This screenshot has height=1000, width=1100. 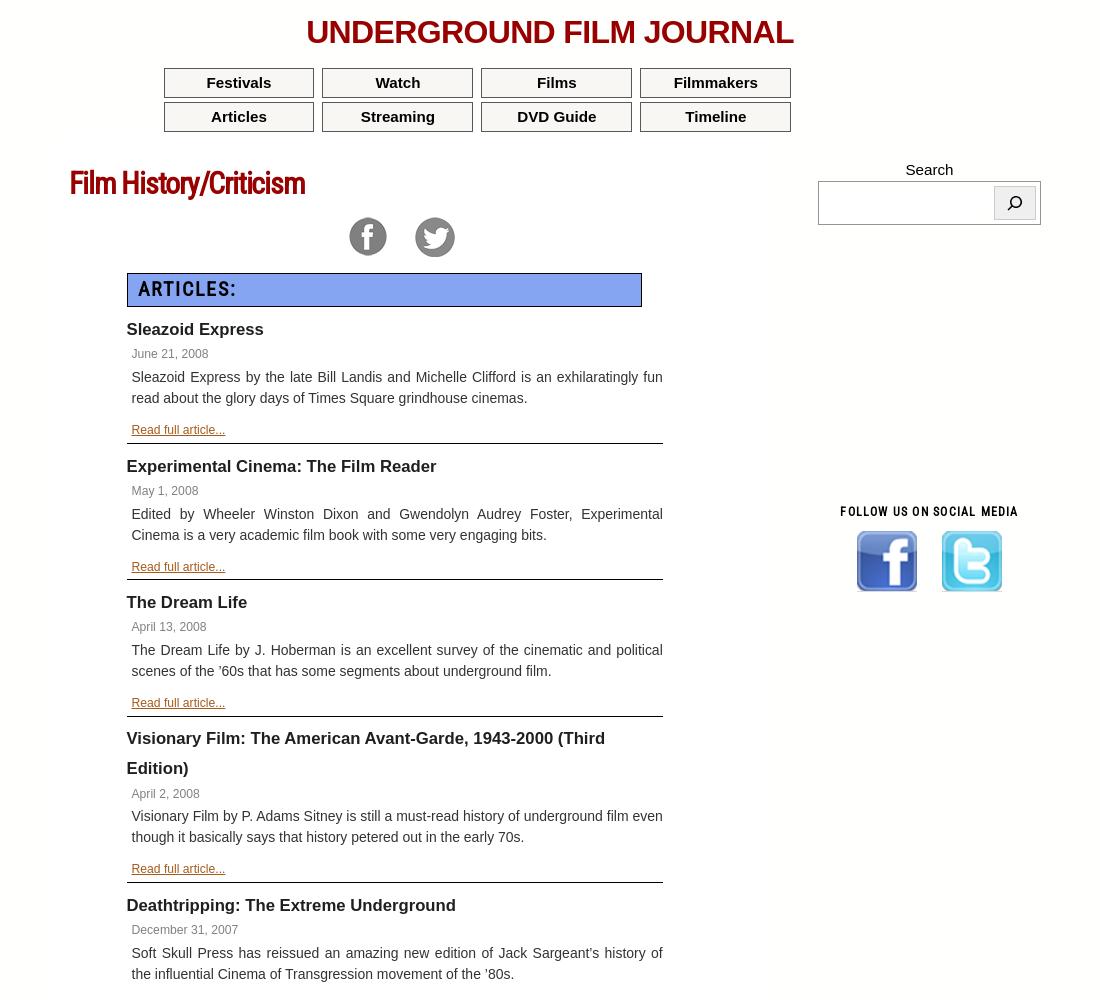 I want to click on 'December 31, 2007', so click(x=183, y=929).